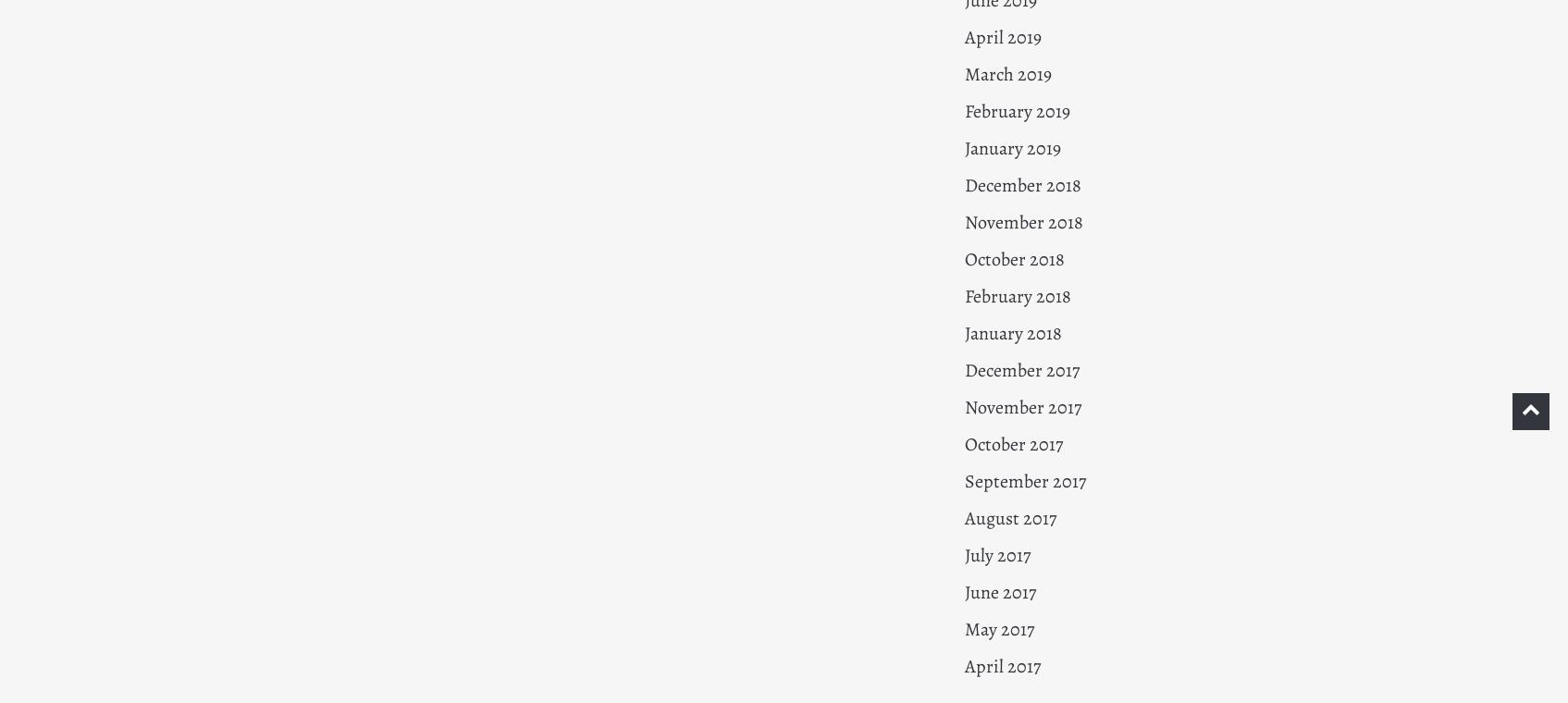  Describe the element at coordinates (1020, 369) in the screenshot. I see `'December 2017'` at that location.